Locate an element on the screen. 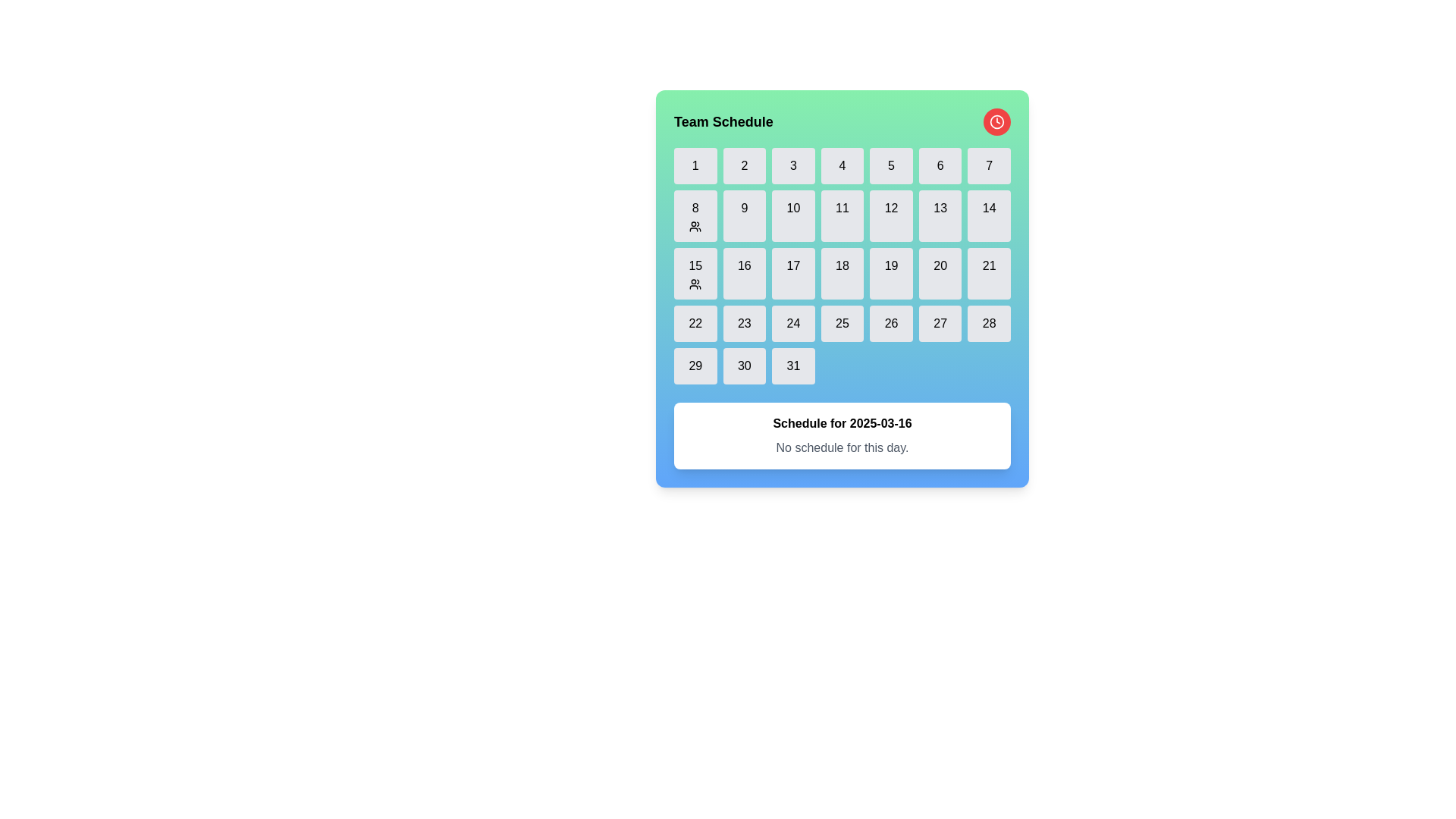 This screenshot has height=819, width=1456. the square button displaying the number '15' and a group icon is located at coordinates (695, 274).